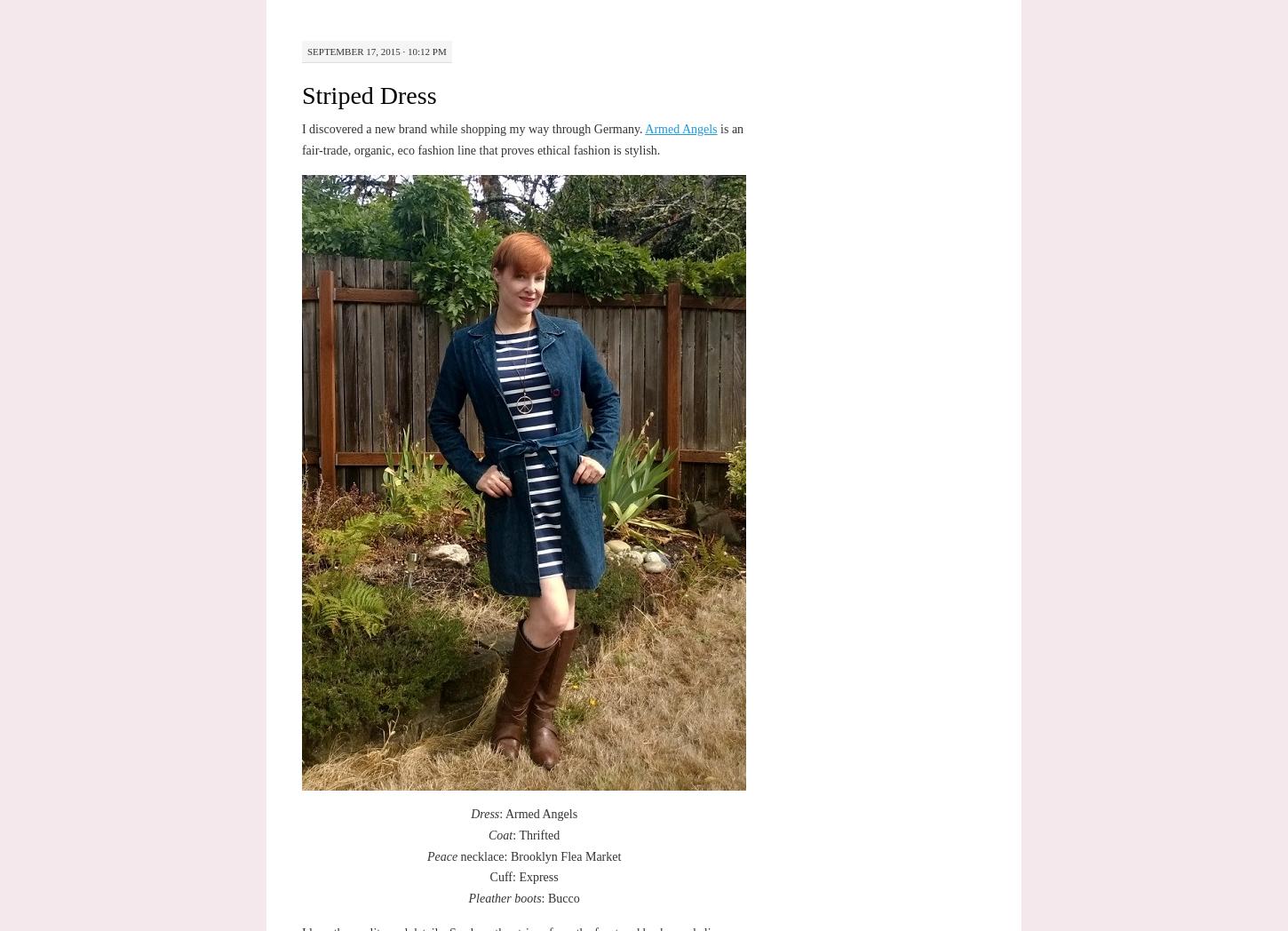  I want to click on 'September 17, 2015 · 10:12 pm', so click(375, 51).